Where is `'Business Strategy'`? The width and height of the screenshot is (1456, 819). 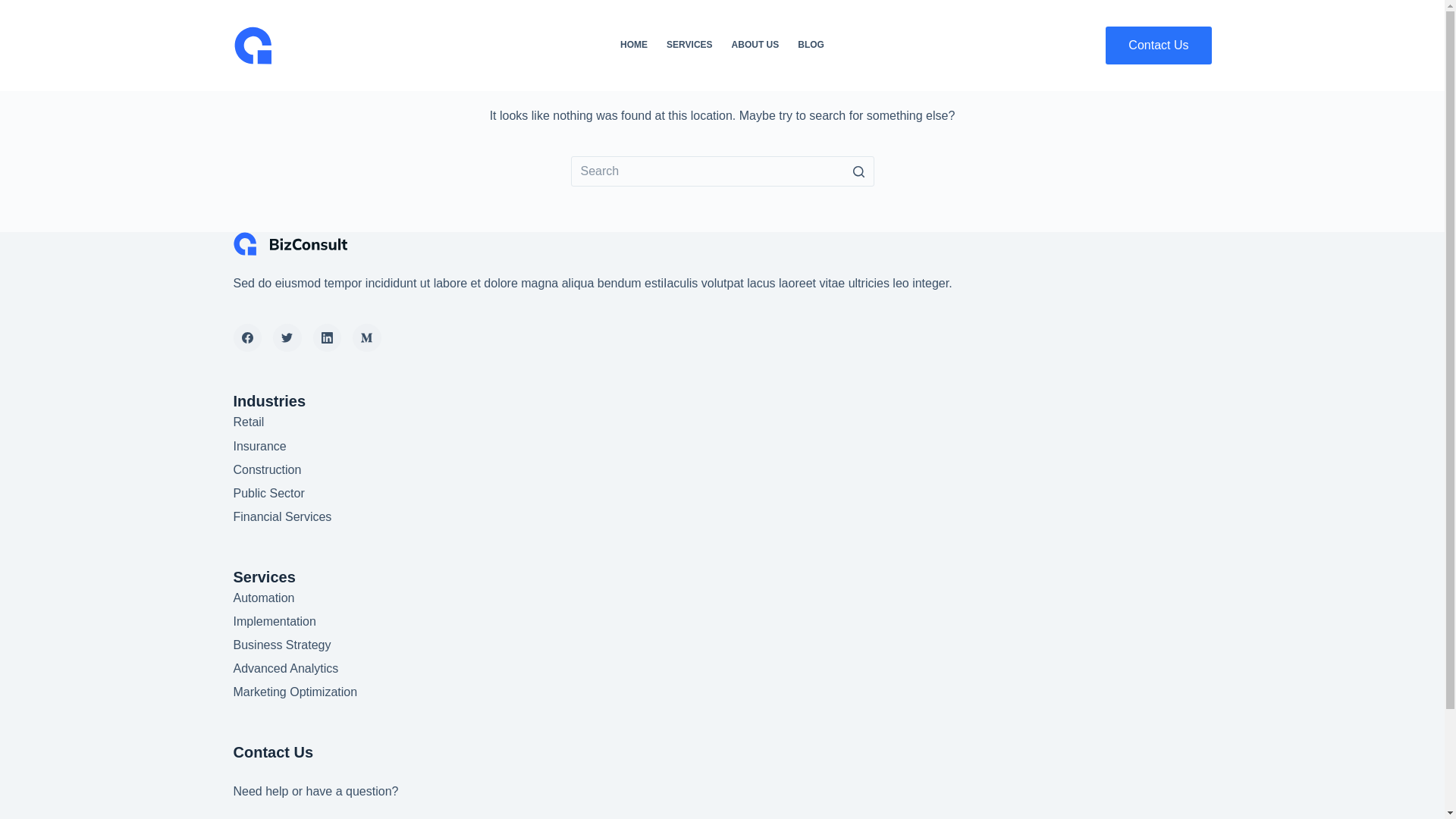 'Business Strategy' is located at coordinates (282, 645).